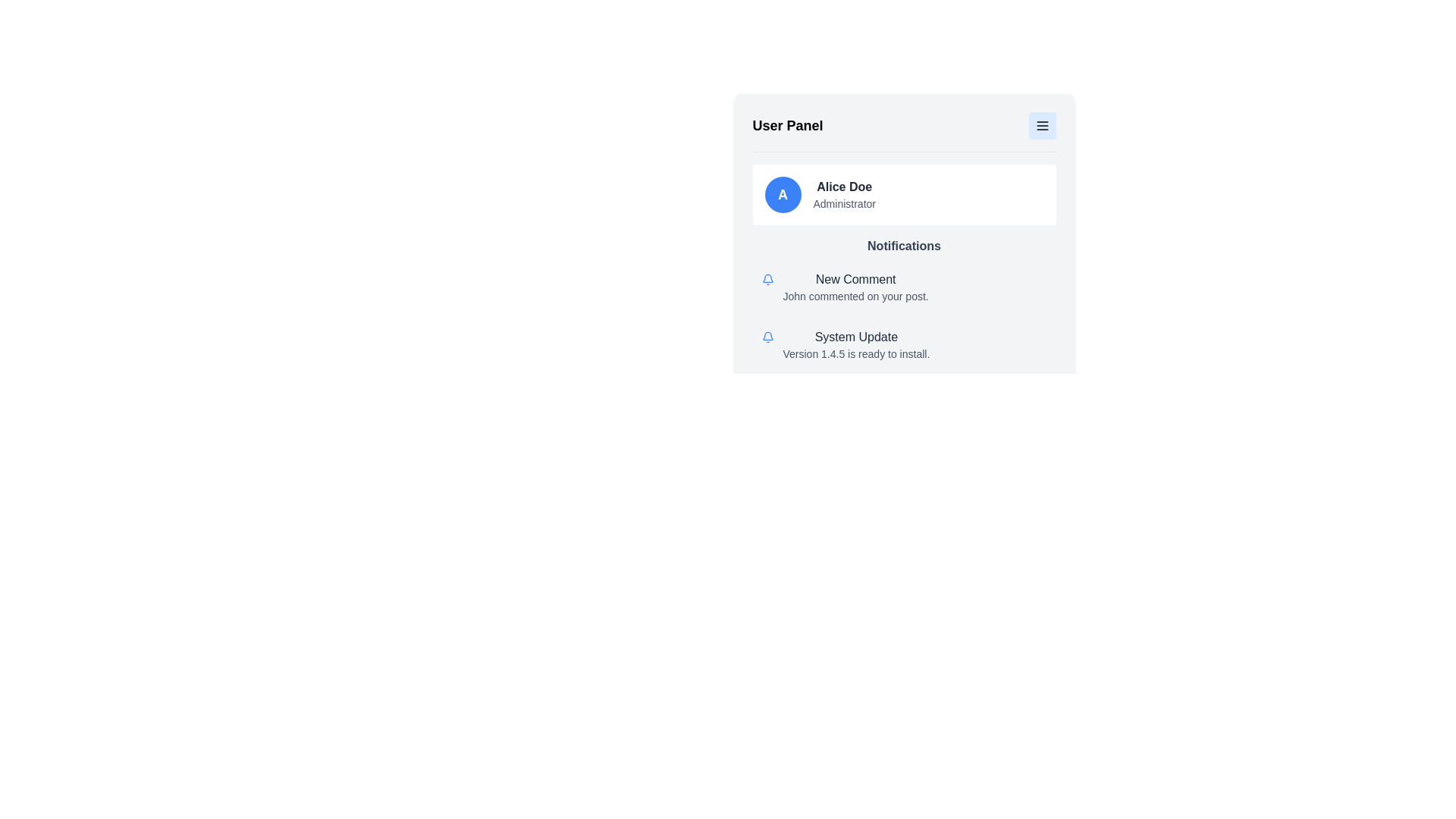 Image resolution: width=1456 pixels, height=819 pixels. I want to click on the notification icon indicating 'System Update Version 1.4.5 is ready to install.', so click(767, 336).